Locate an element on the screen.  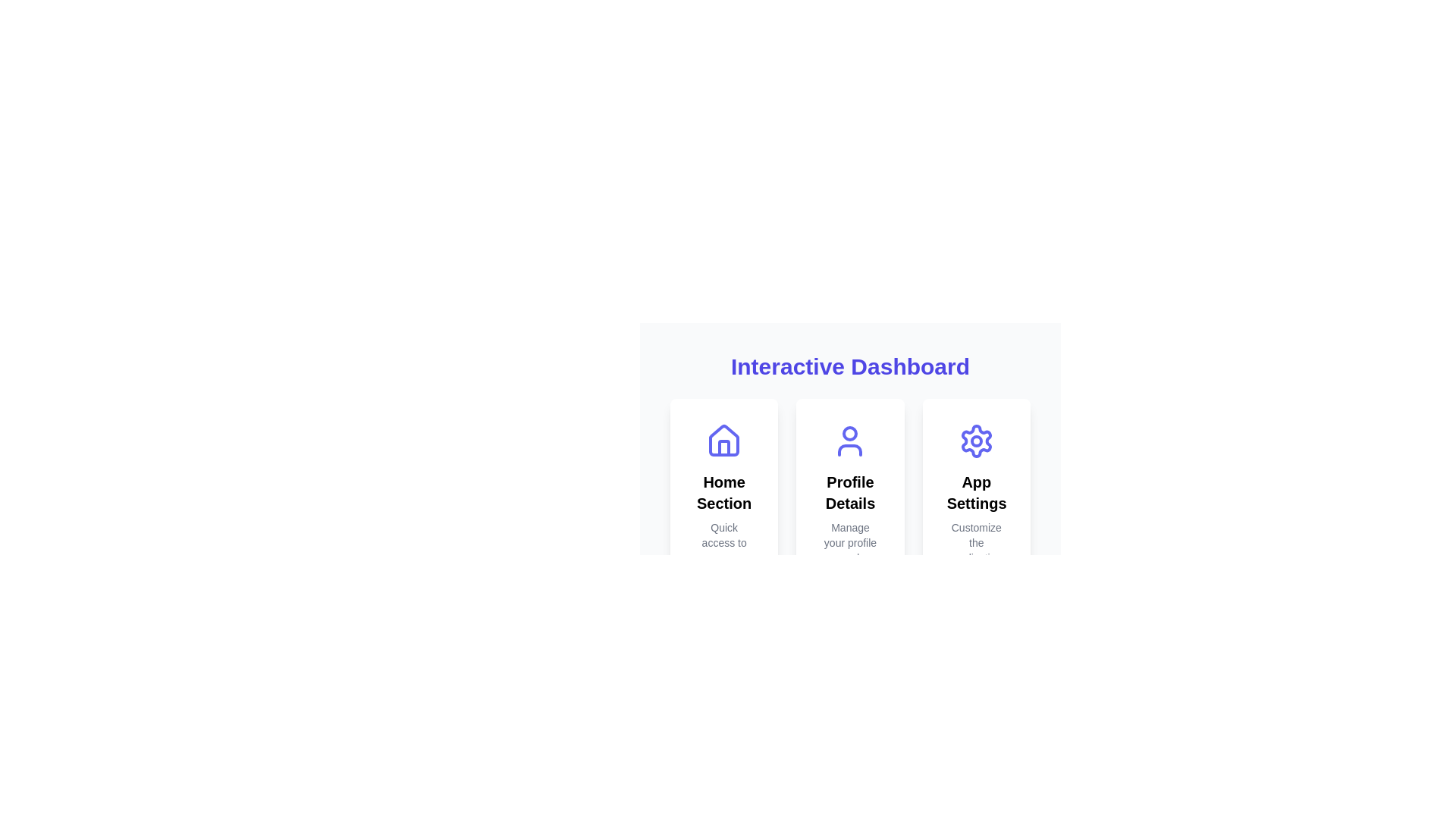
the circular gear icon representing settings, which is centrally positioned at the top section of the 'App Settings' card is located at coordinates (976, 441).